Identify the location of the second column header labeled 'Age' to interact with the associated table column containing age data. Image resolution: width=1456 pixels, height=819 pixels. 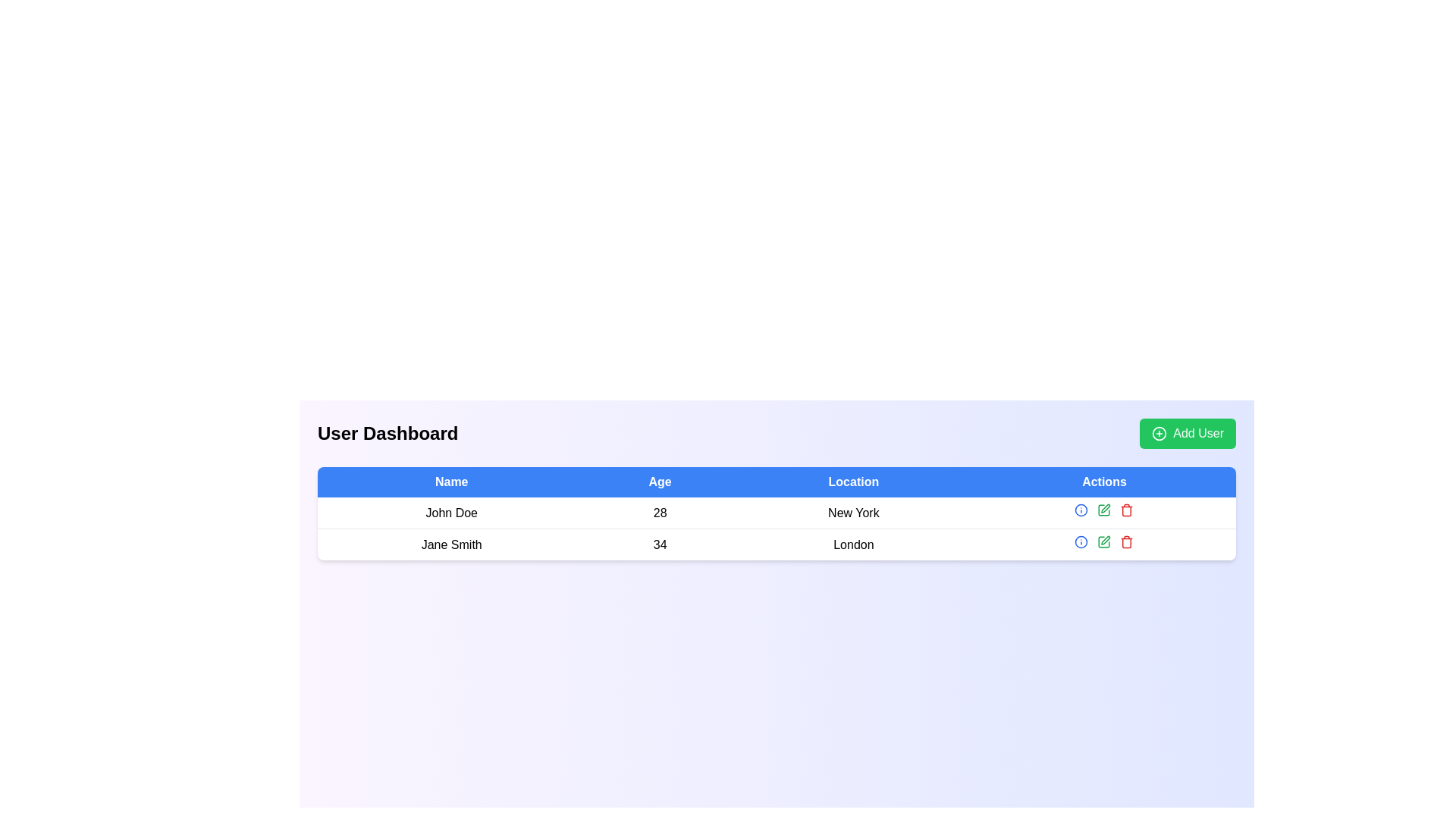
(660, 482).